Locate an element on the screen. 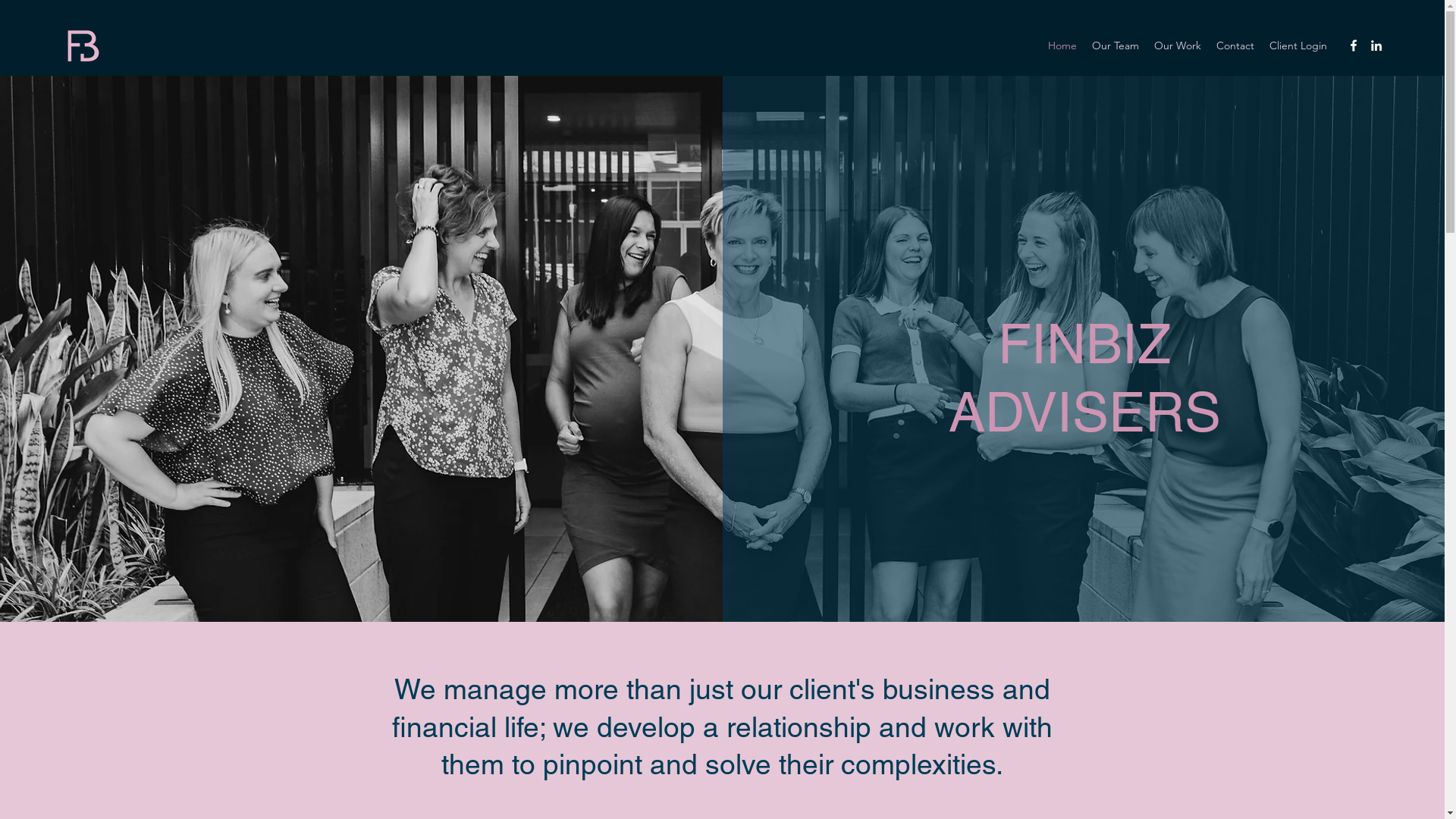  'Home' is located at coordinates (1062, 45).